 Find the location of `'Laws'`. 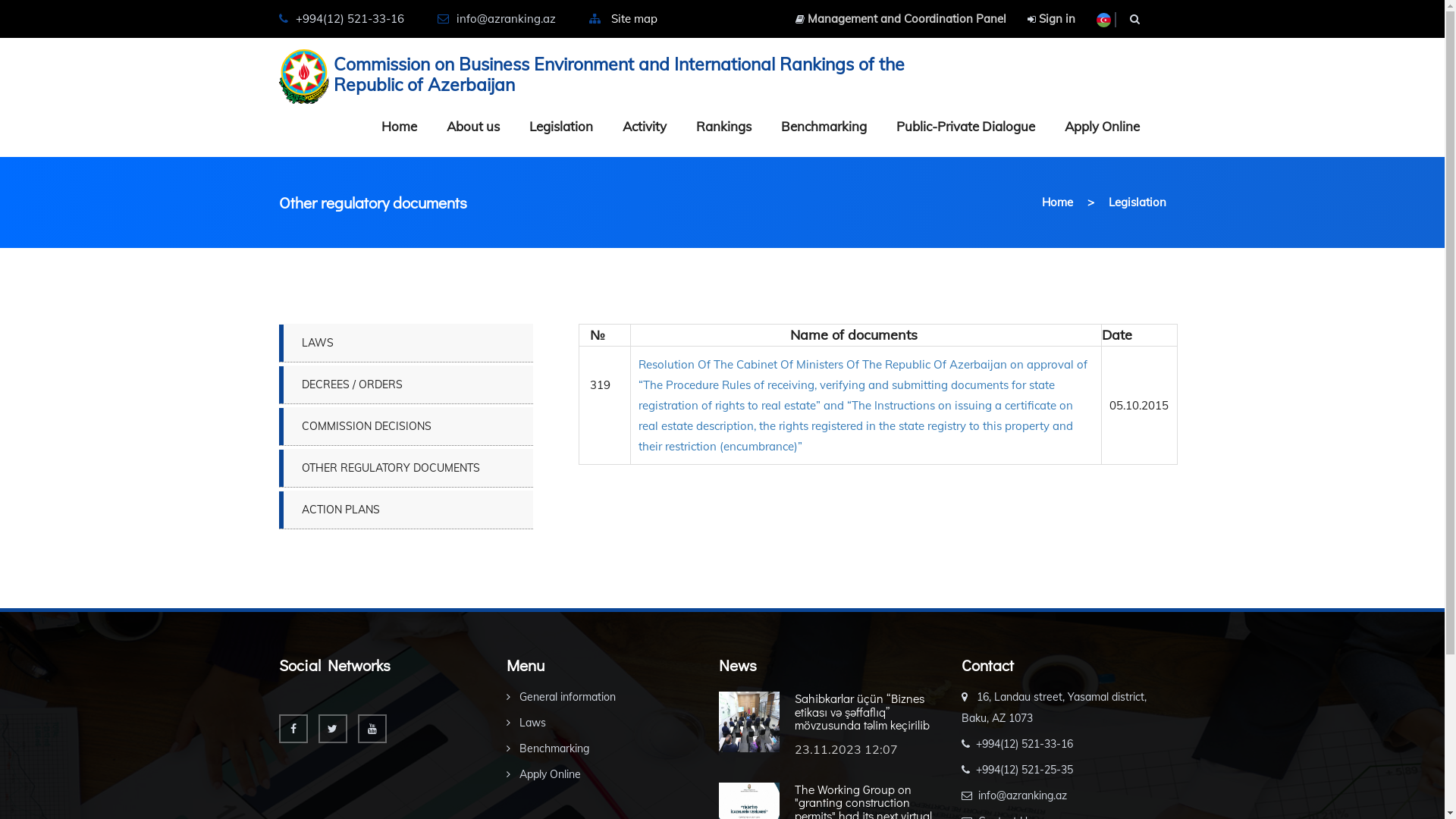

'Laws' is located at coordinates (526, 721).